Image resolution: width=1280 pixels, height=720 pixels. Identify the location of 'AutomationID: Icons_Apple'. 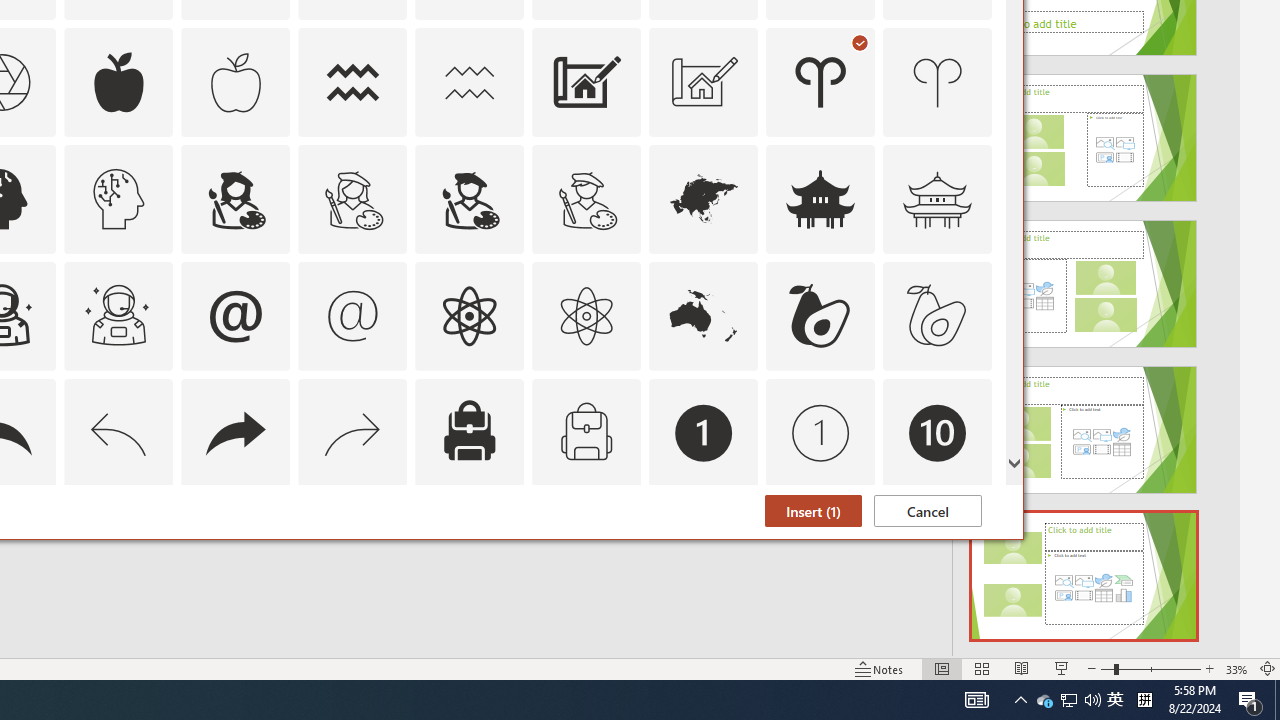
(118, 81).